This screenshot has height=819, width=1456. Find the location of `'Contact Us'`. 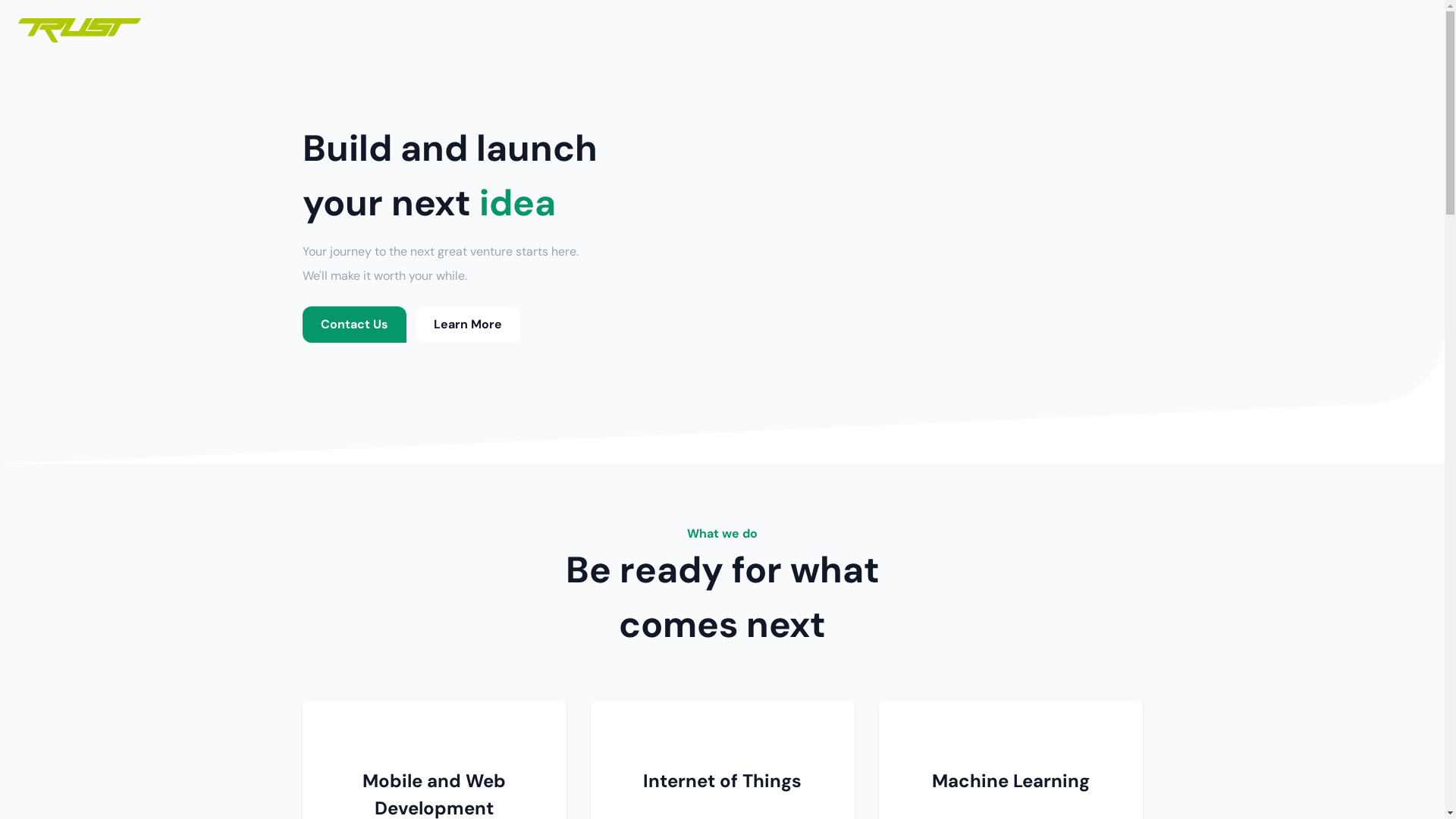

'Contact Us' is located at coordinates (353, 324).